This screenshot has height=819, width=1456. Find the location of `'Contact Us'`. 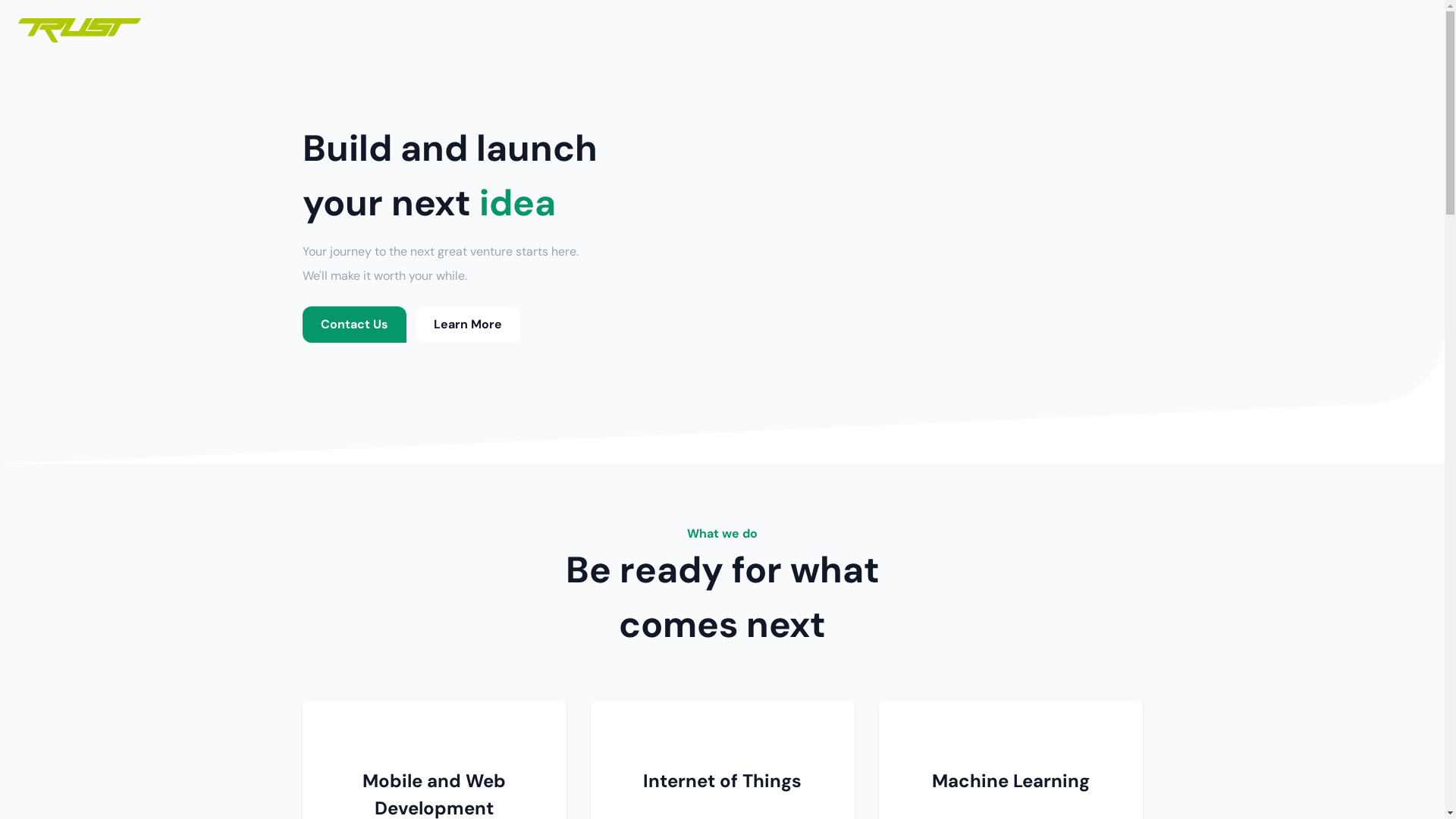

'Contact Us' is located at coordinates (353, 324).